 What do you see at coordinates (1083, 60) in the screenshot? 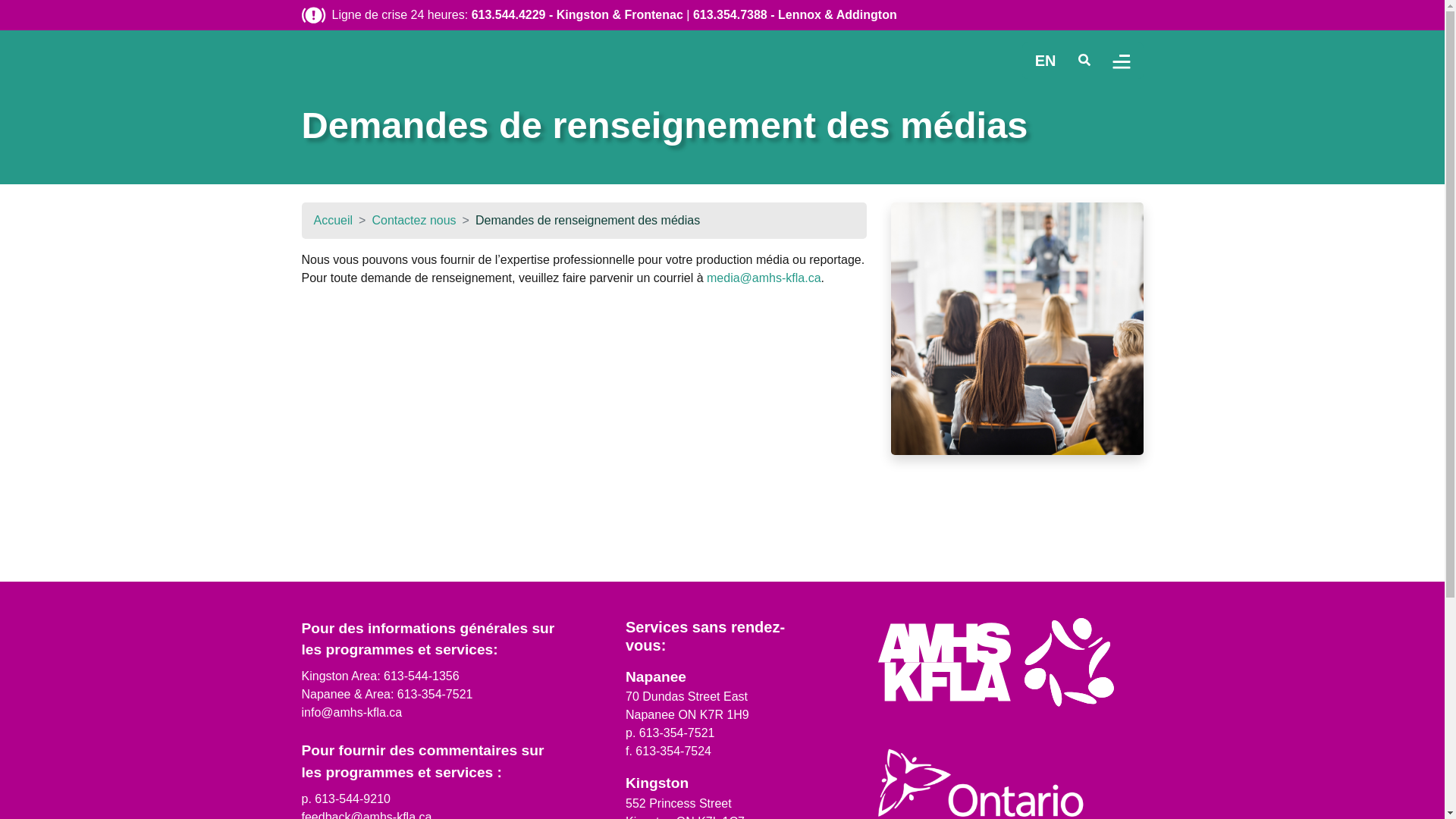
I see `'Search'` at bounding box center [1083, 60].